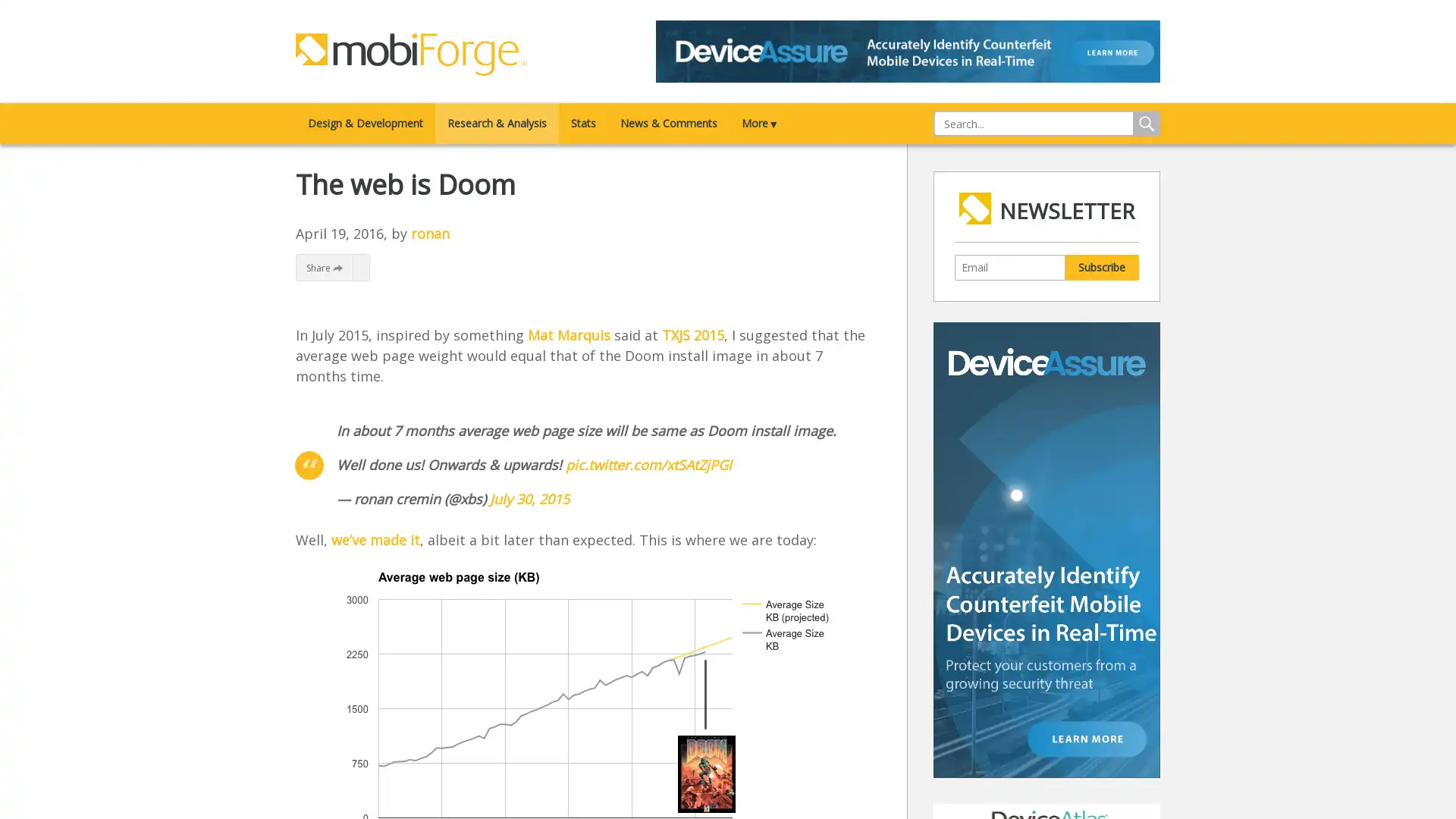  What do you see at coordinates (1101, 265) in the screenshot?
I see `Subscribe` at bounding box center [1101, 265].